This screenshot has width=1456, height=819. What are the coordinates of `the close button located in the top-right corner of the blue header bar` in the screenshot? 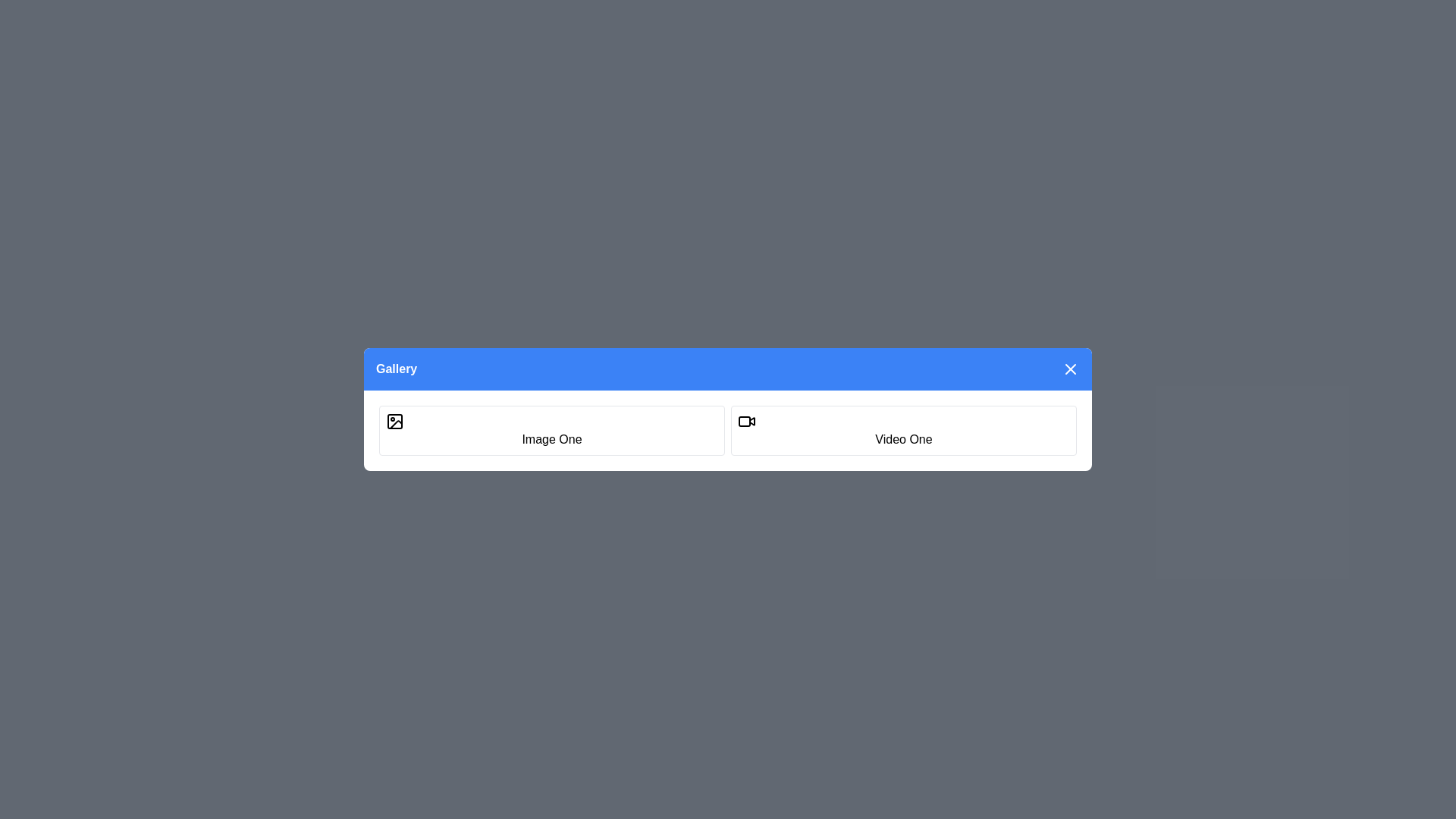 It's located at (1069, 369).